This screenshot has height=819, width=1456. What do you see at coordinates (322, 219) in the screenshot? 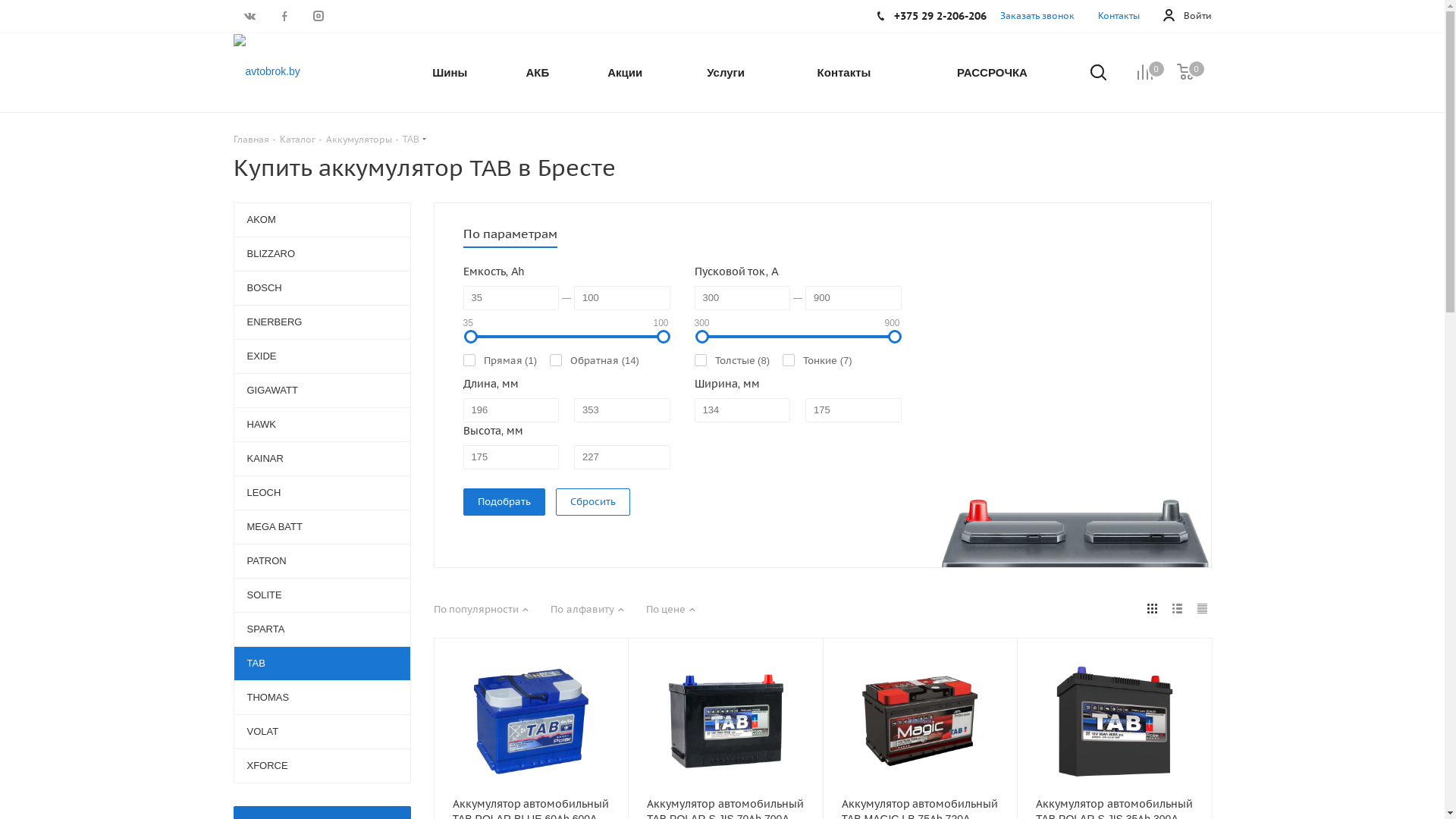
I see `'AKOM'` at bounding box center [322, 219].